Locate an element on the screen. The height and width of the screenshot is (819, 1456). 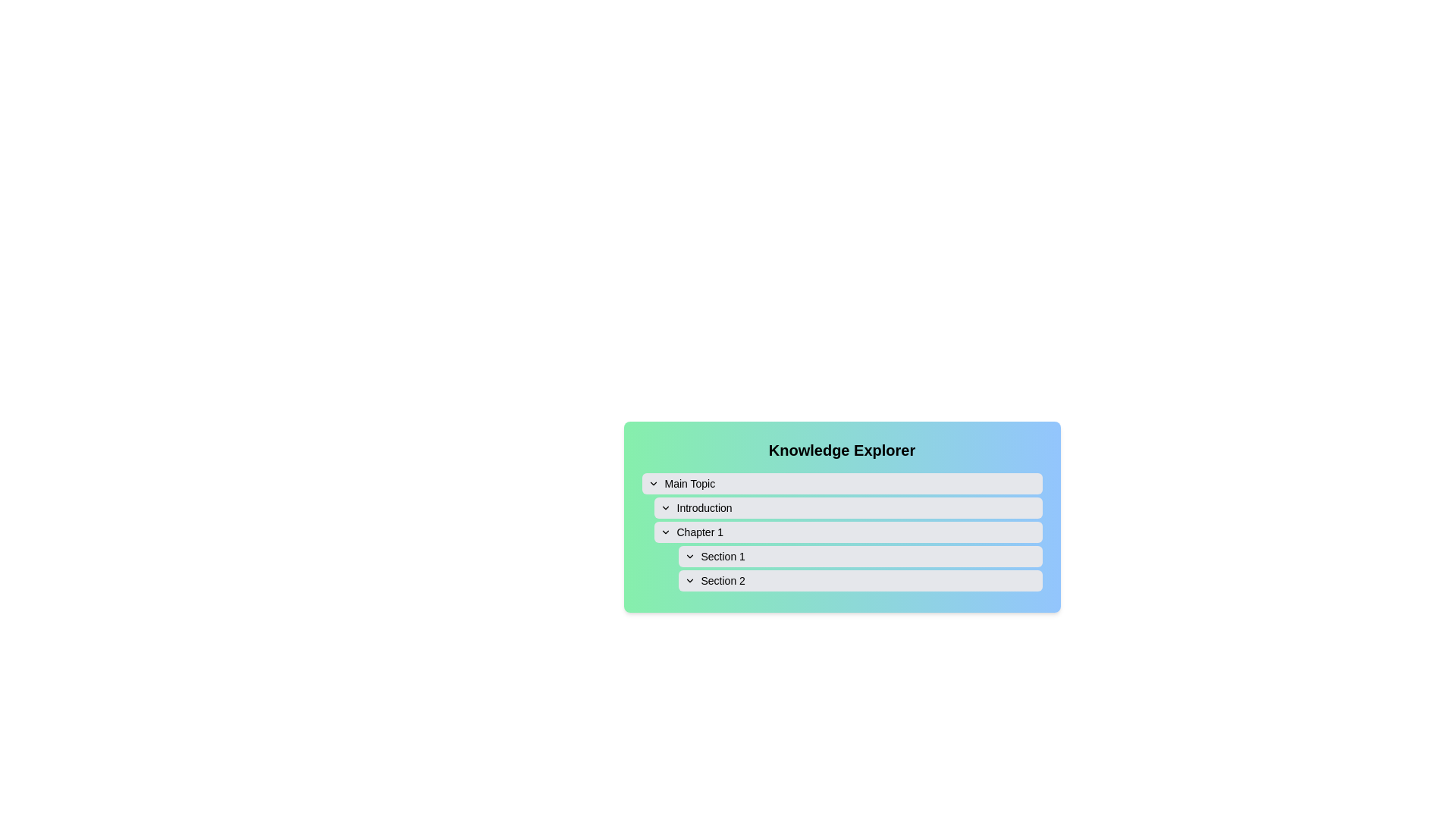
the collapsible list item under 'Chapter 1' to visit its sub-items for navigation is located at coordinates (847, 556).